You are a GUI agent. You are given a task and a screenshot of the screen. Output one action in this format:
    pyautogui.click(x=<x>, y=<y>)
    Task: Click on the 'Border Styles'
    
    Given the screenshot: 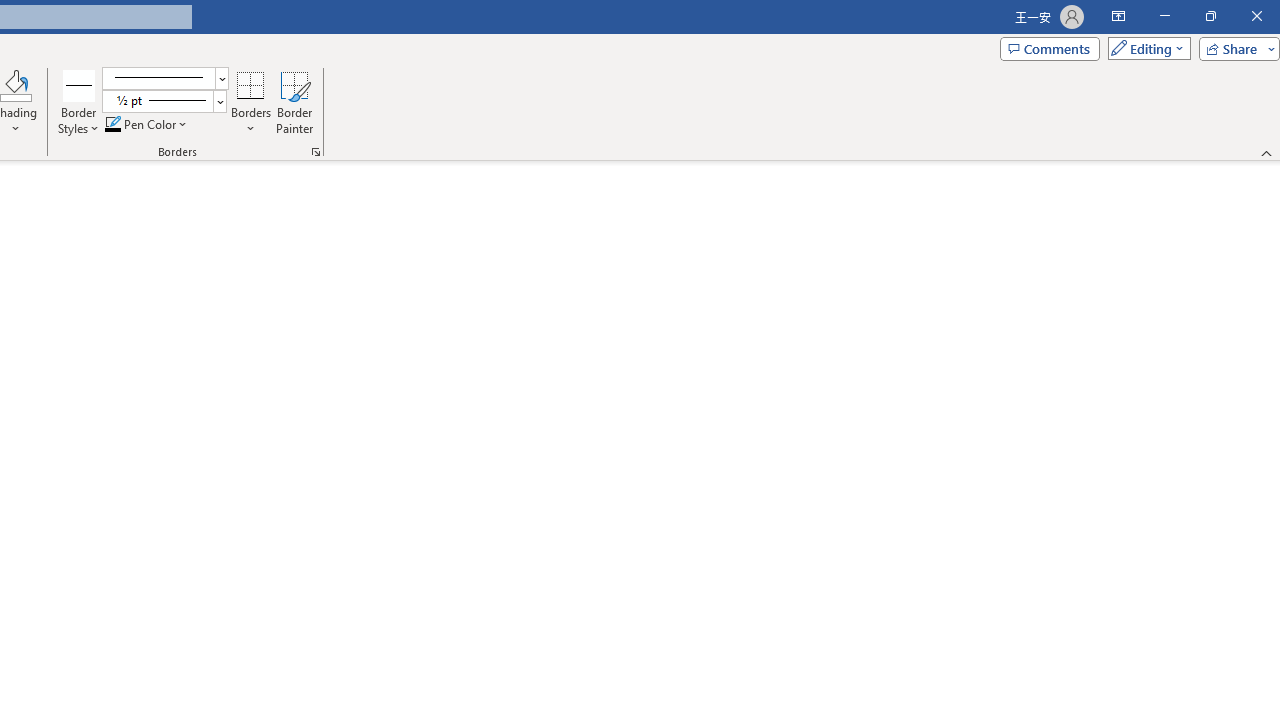 What is the action you would take?
    pyautogui.click(x=79, y=84)
    